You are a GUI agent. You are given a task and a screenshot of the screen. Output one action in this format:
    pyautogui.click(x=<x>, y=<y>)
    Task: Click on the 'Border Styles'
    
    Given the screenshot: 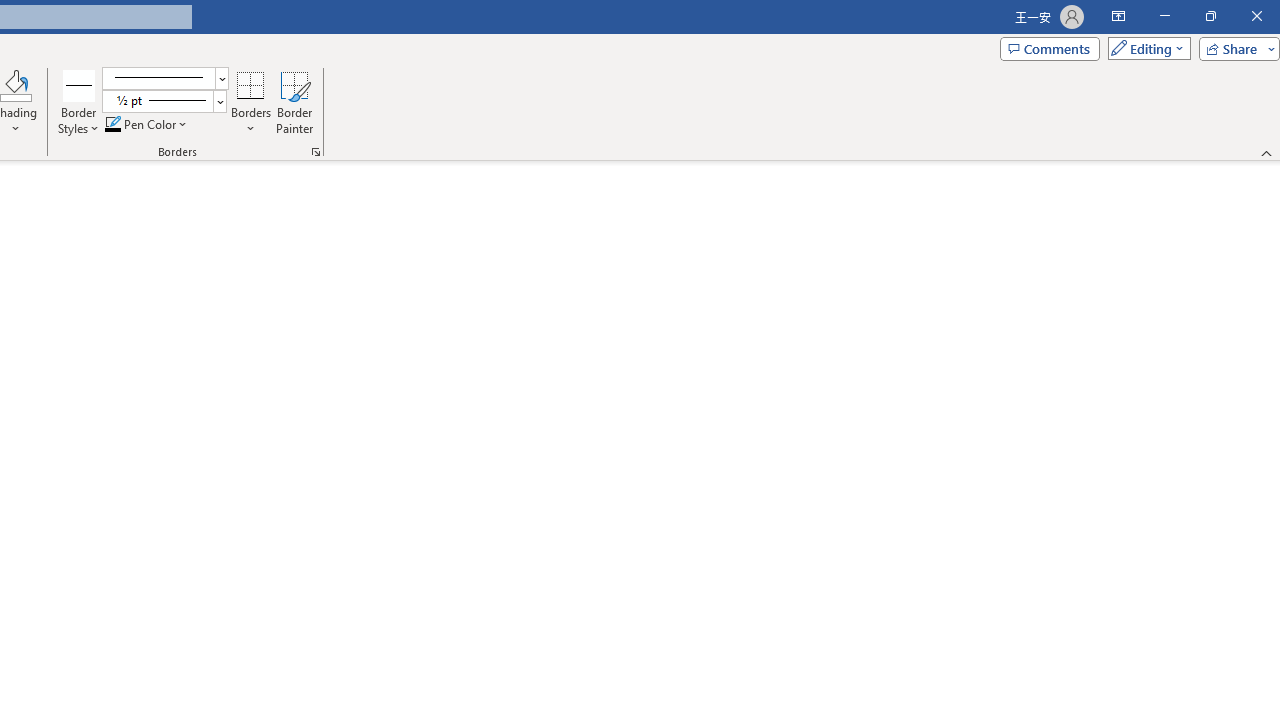 What is the action you would take?
    pyautogui.click(x=79, y=84)
    